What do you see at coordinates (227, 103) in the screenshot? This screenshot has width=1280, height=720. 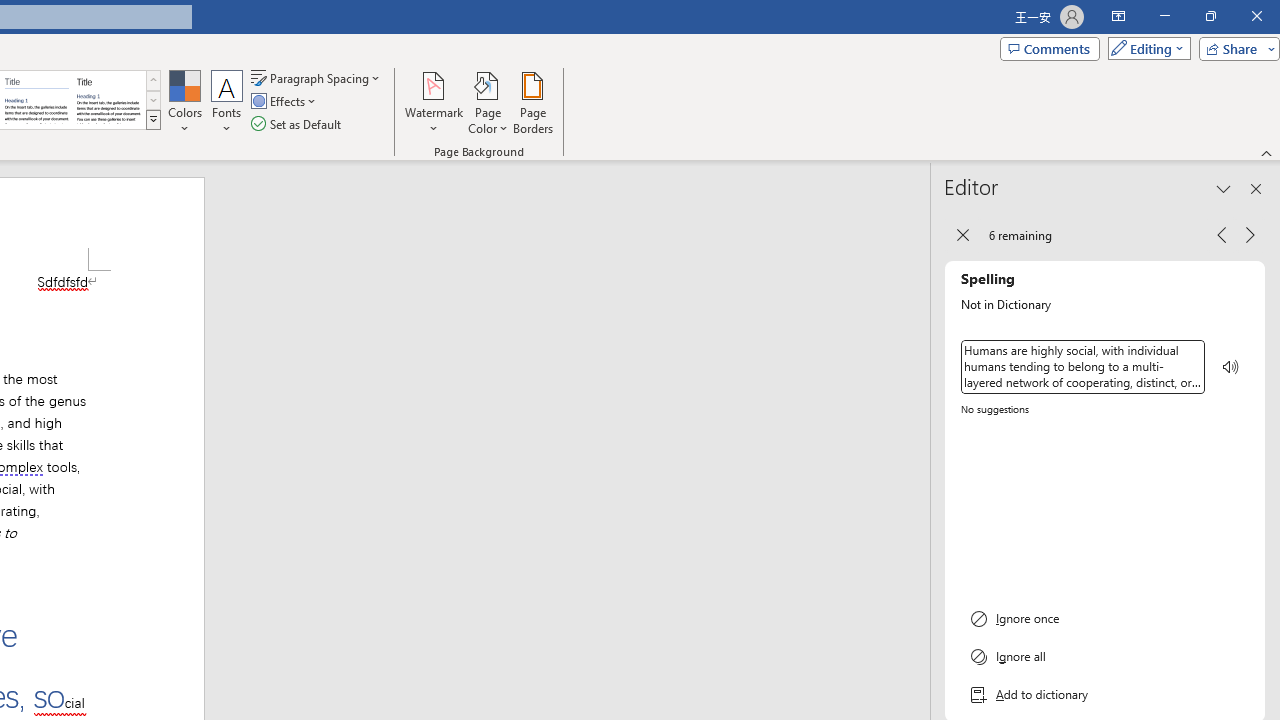 I see `'Fonts'` at bounding box center [227, 103].